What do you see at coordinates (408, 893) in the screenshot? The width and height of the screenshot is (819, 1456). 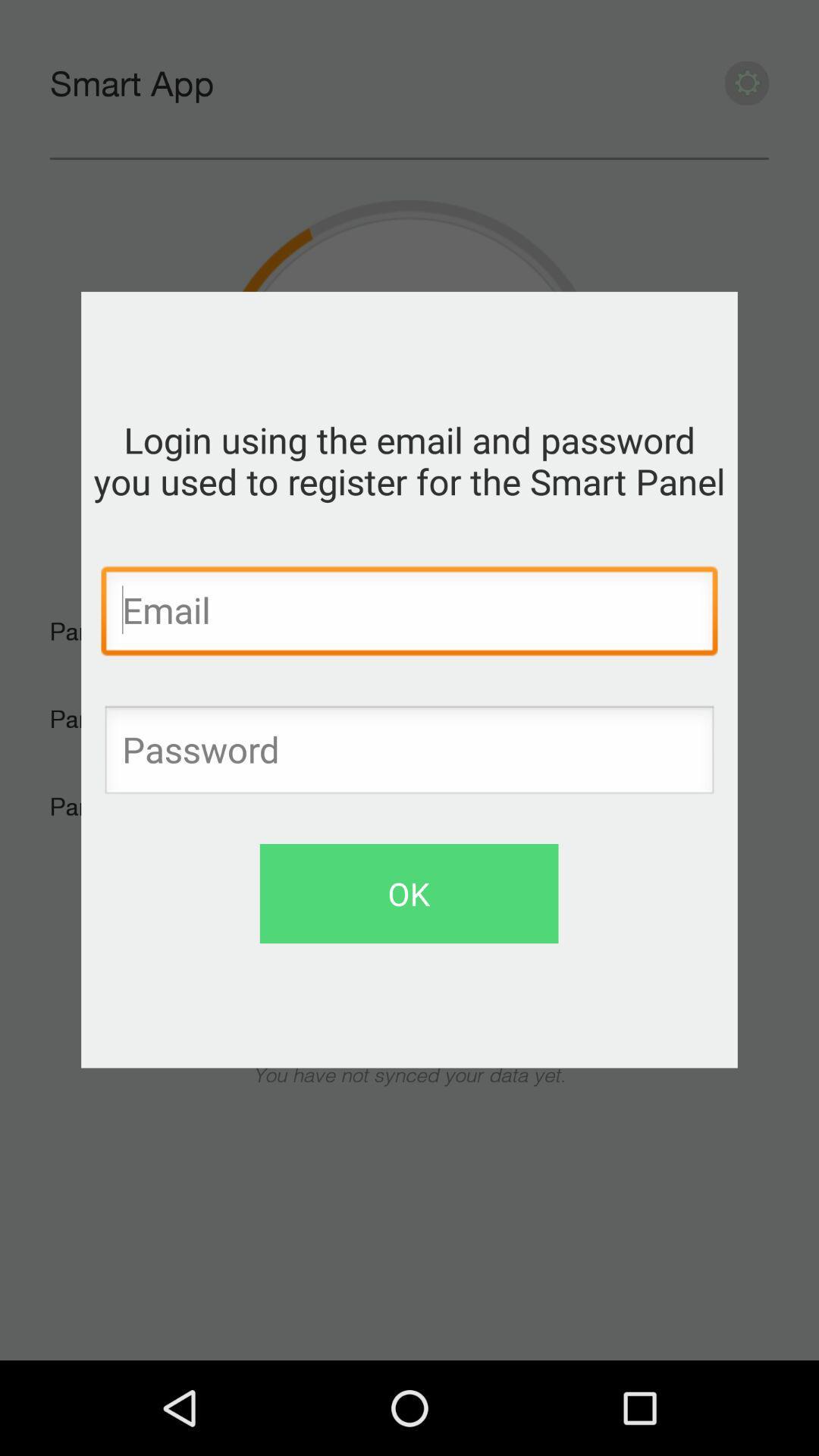 I see `the ok button` at bounding box center [408, 893].